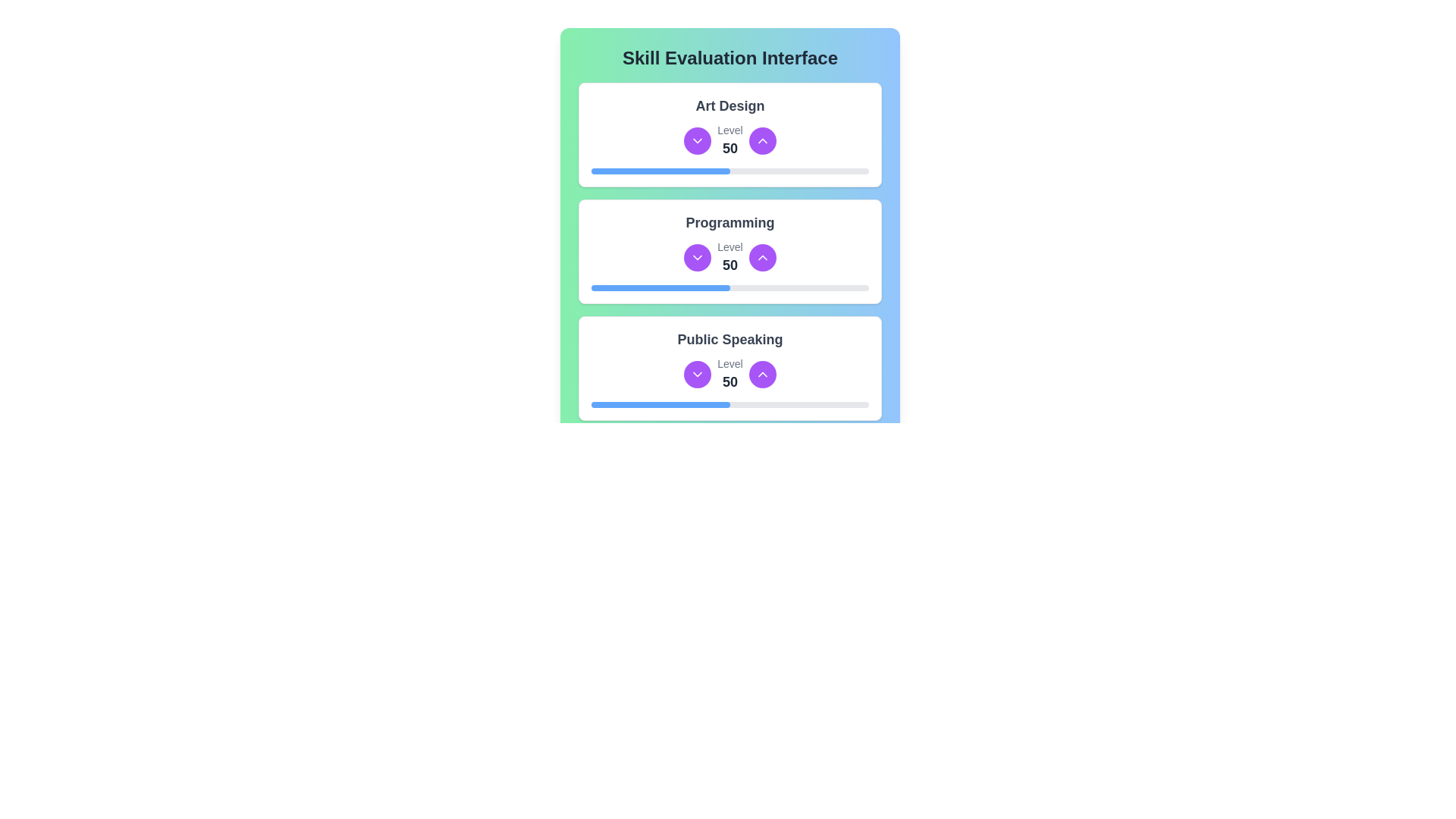 The width and height of the screenshot is (1456, 819). What do you see at coordinates (762, 256) in the screenshot?
I see `the upward pointing chevron icon within the circular button in the 'Programming' section of the skill evaluation interface to change its state` at bounding box center [762, 256].